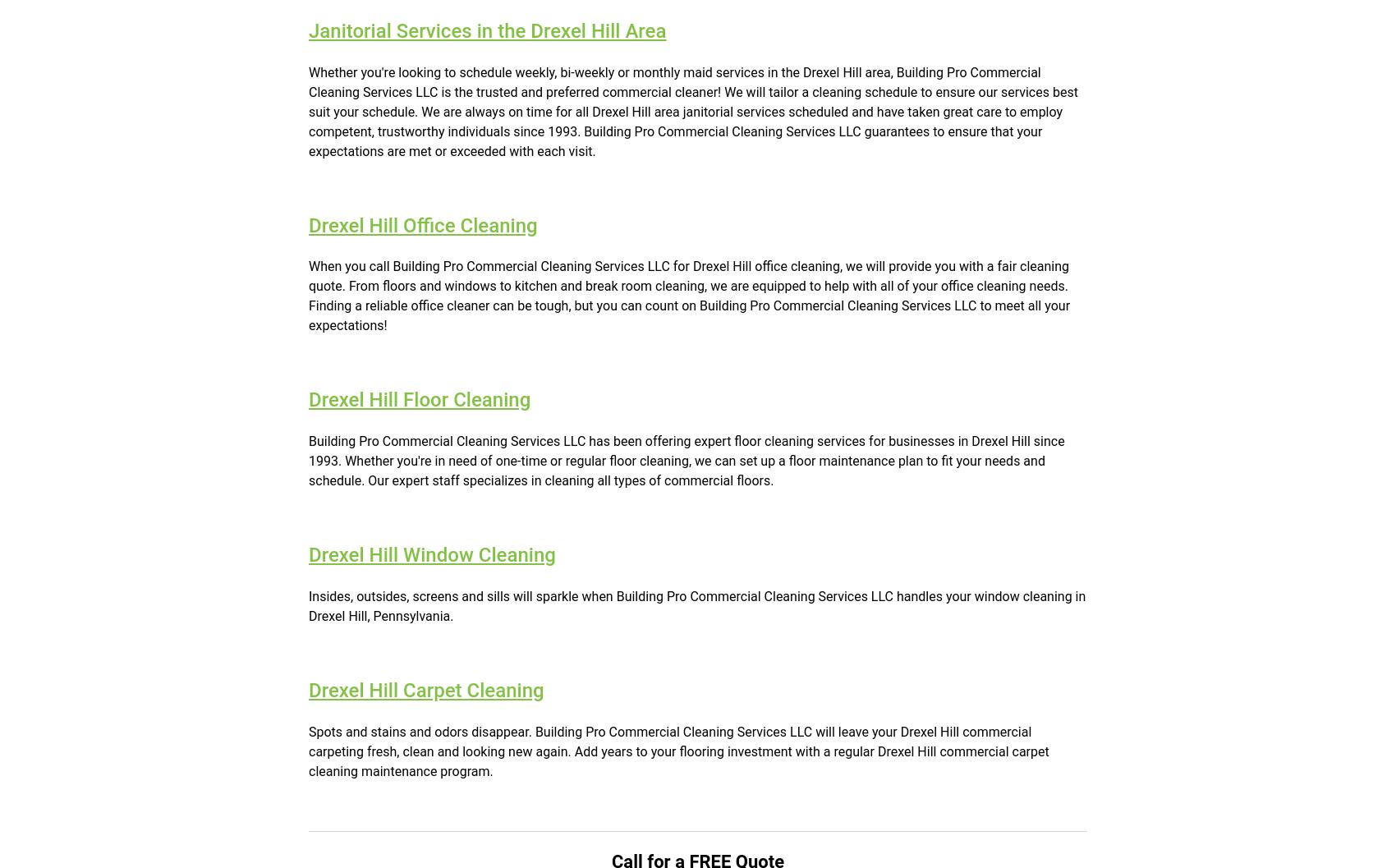 Image resolution: width=1396 pixels, height=868 pixels. Describe the element at coordinates (692, 110) in the screenshot. I see `'Whether you're looking to schedule weekly, bi-weekly or monthly maid services in the Drexel Hill area, Building Pro Commercial Cleaning Services LLC is the trusted and preferred commercial cleaner! We will tailor a cleaning schedule to ensure our services best suit your schedule. We are always on time for all Drexel Hill area janitorial services scheduled and have taken great care to employ competent, trustworthy individuals since 1993. Building Pro Commercial Cleaning Services LLC guarantees to ensure that your expectations are met or exceeded with each visit.'` at that location.